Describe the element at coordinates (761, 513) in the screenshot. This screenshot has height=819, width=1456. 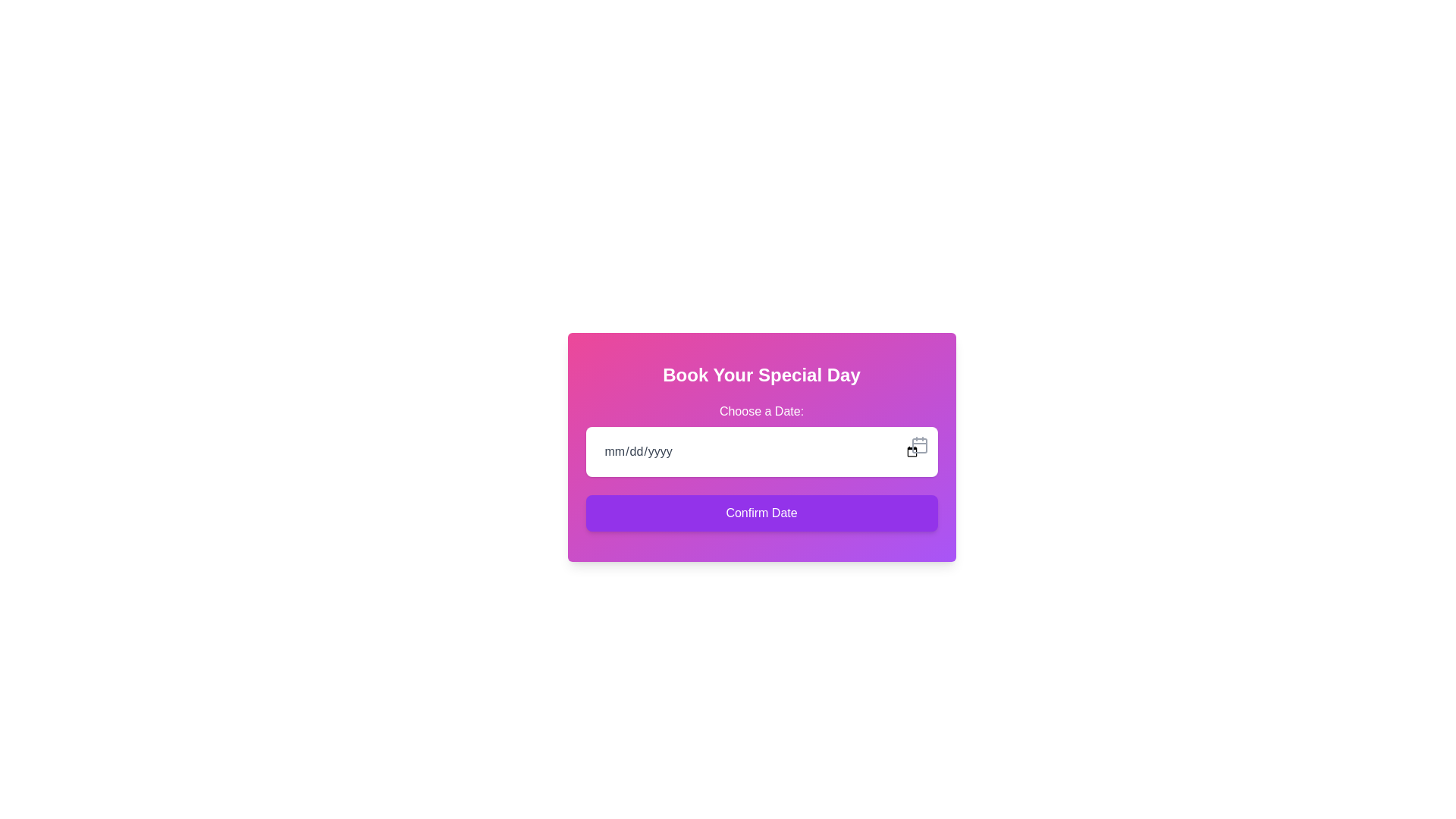
I see `the 'Confirm Date' button, which is a rectangular button with rounded corners and a vibrant purple gradient background` at that location.